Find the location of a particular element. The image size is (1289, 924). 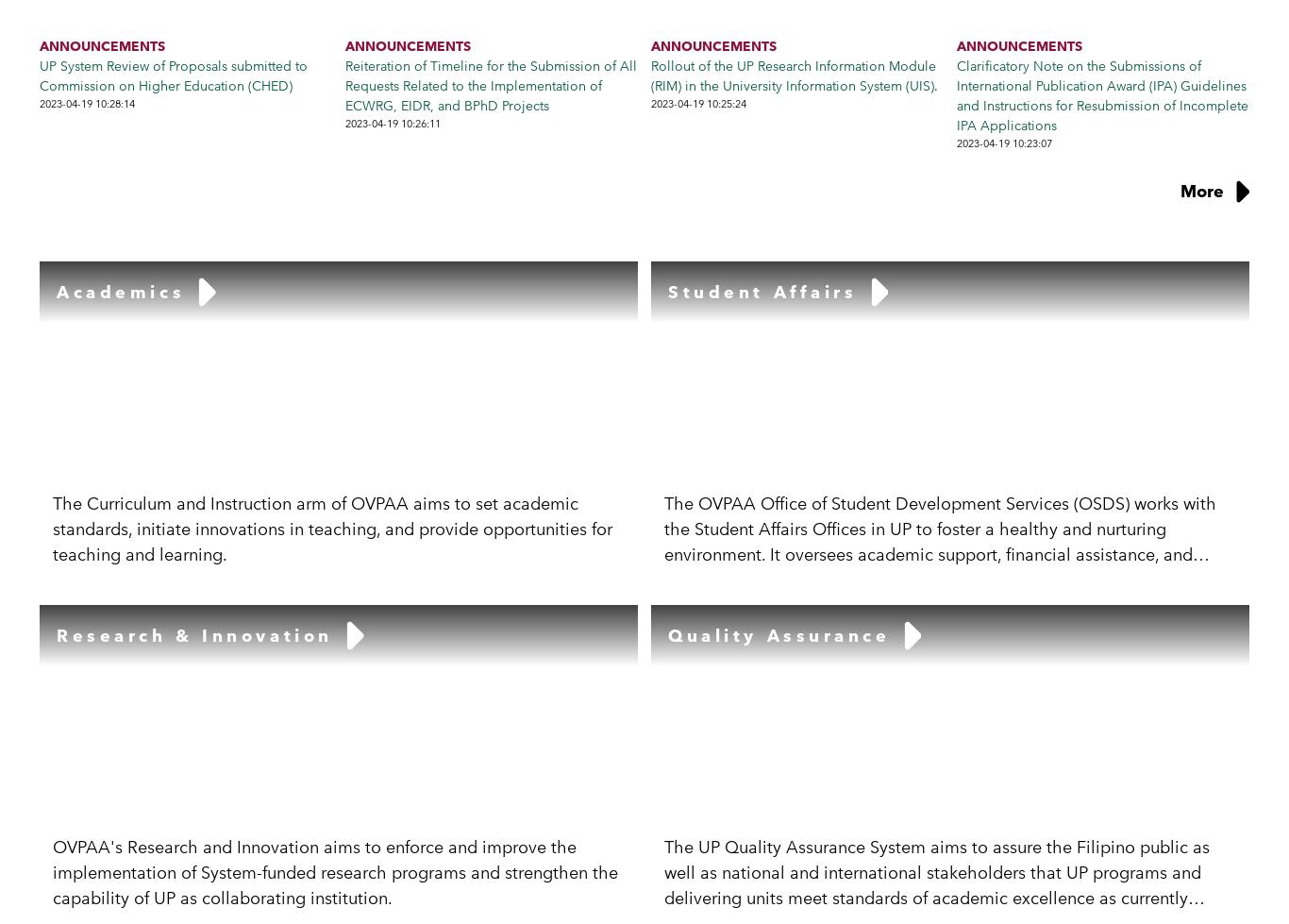

'Clarificatory Note on the Submissions of International Publication Award (IPA) Guidelines and Instructions for Resubmission of Incomplete IPA Applications' is located at coordinates (1102, 94).